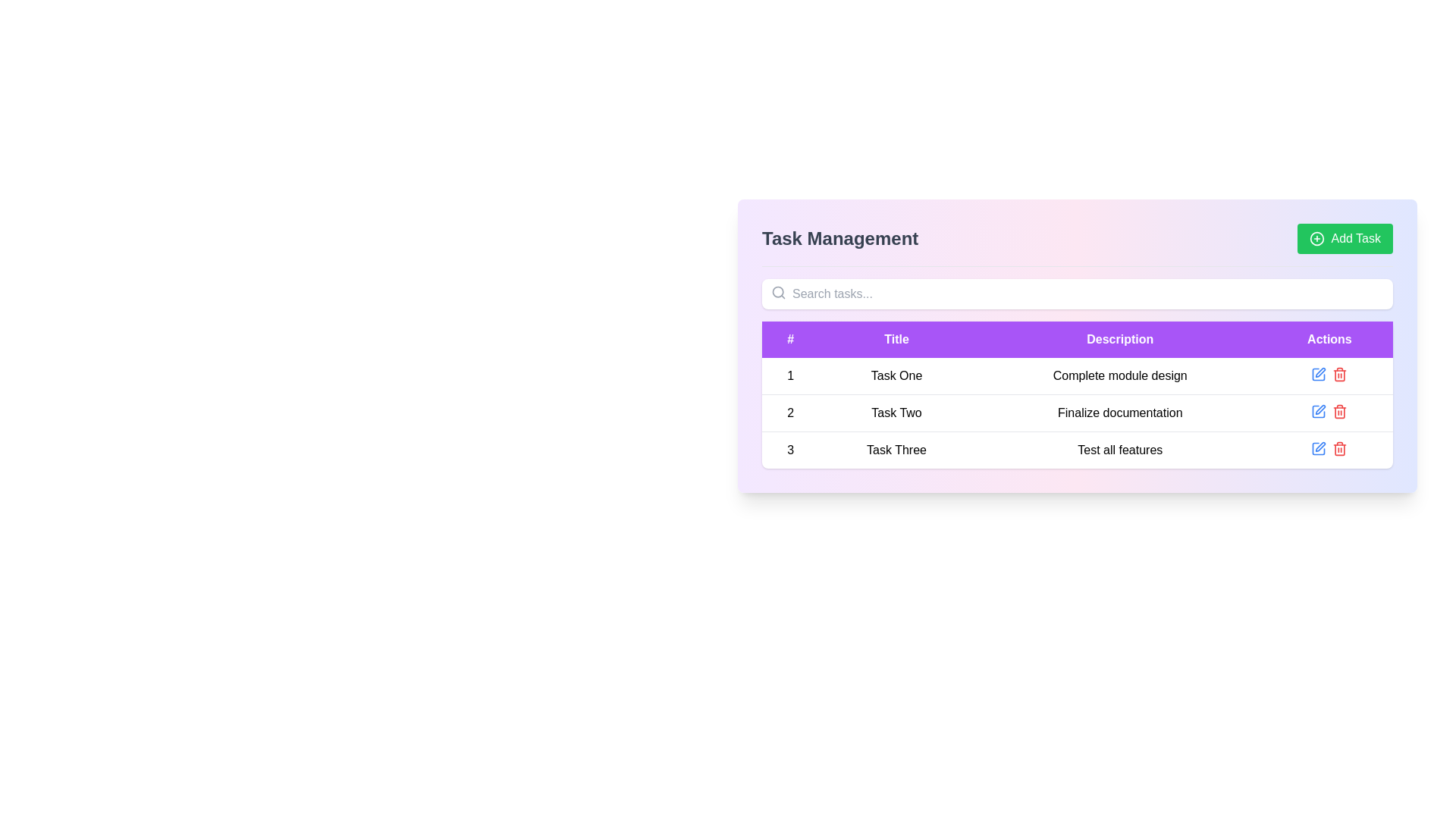 This screenshot has width=1456, height=819. What do you see at coordinates (1316, 239) in the screenshot?
I see `the circular plus icon inside the 'Add Task' button, located on the top-right corner of the interface` at bounding box center [1316, 239].